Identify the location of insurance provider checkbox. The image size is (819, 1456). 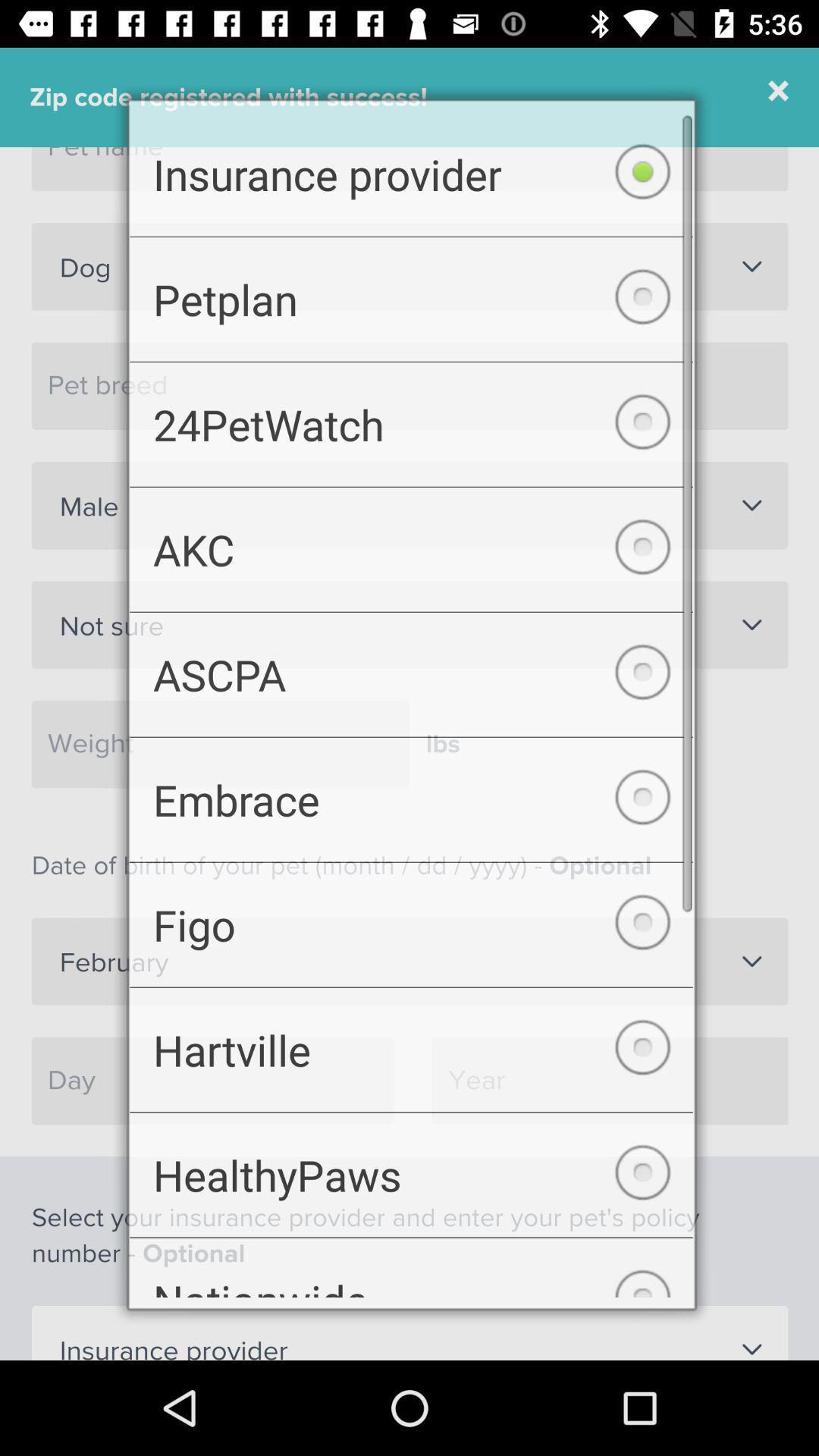
(411, 159).